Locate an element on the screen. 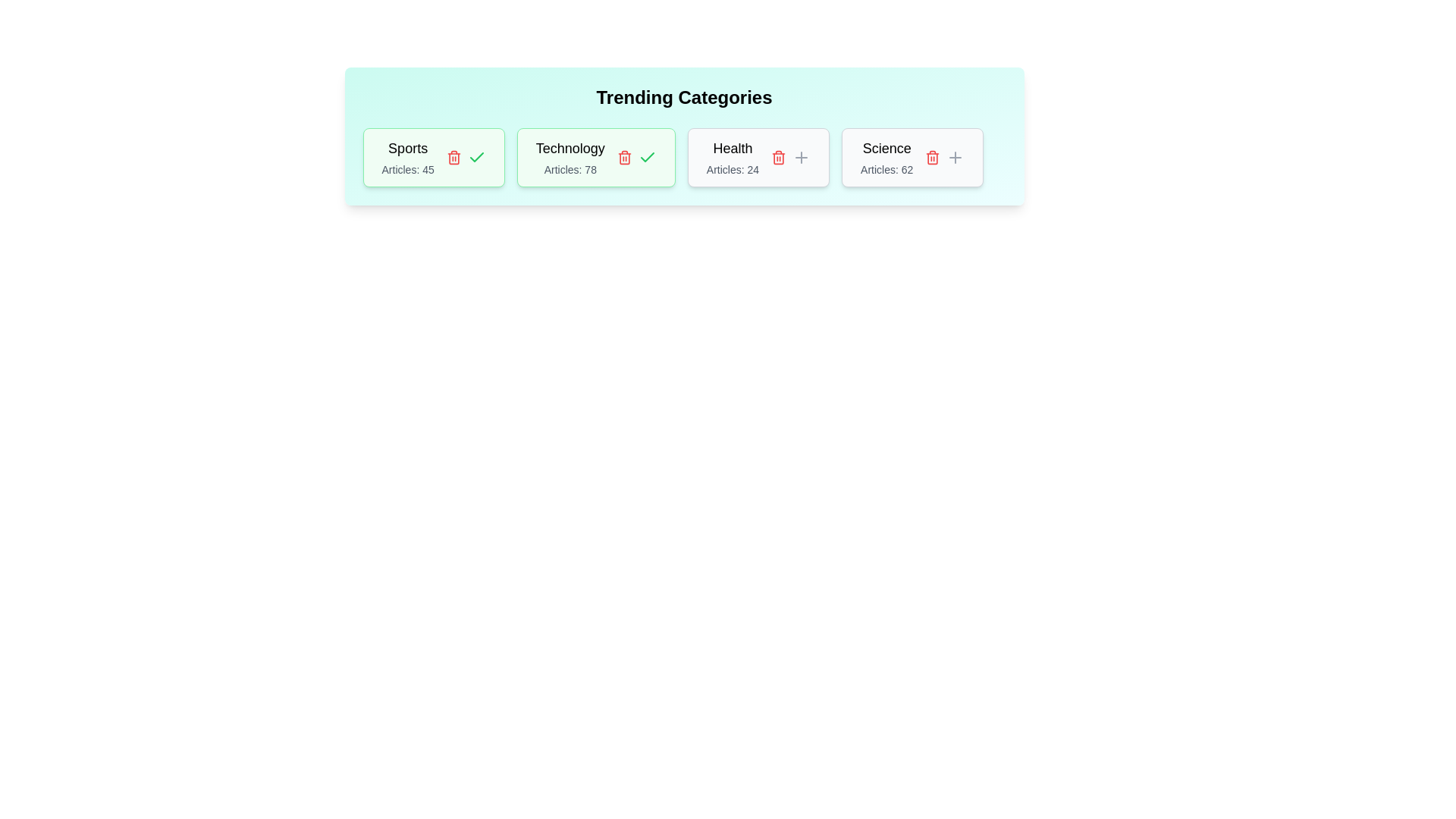 The image size is (1456, 819). the 'Sports' tag to observe its hover effect is located at coordinates (432, 158).